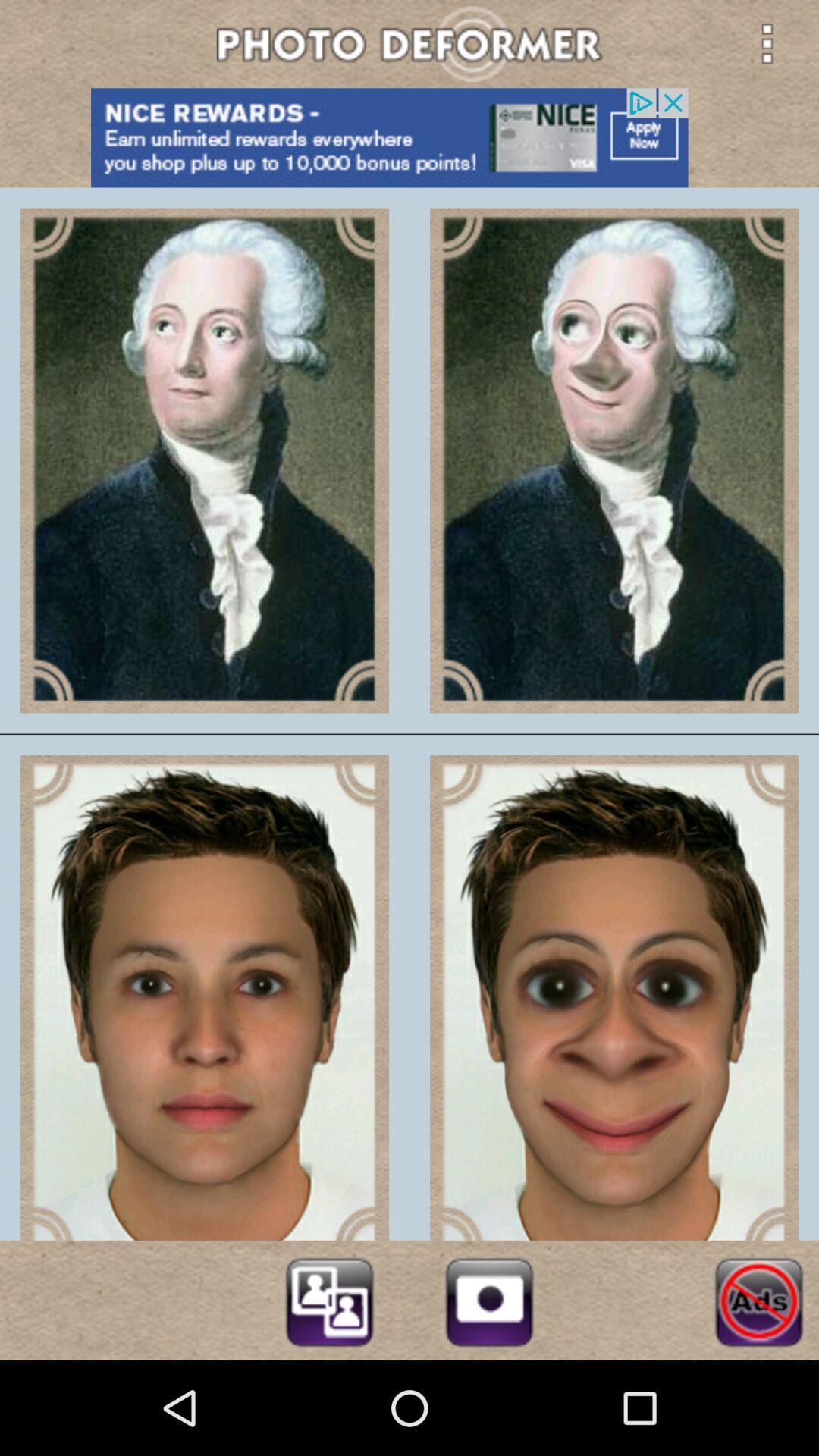  Describe the element at coordinates (489, 1299) in the screenshot. I see `photo uploader` at that location.